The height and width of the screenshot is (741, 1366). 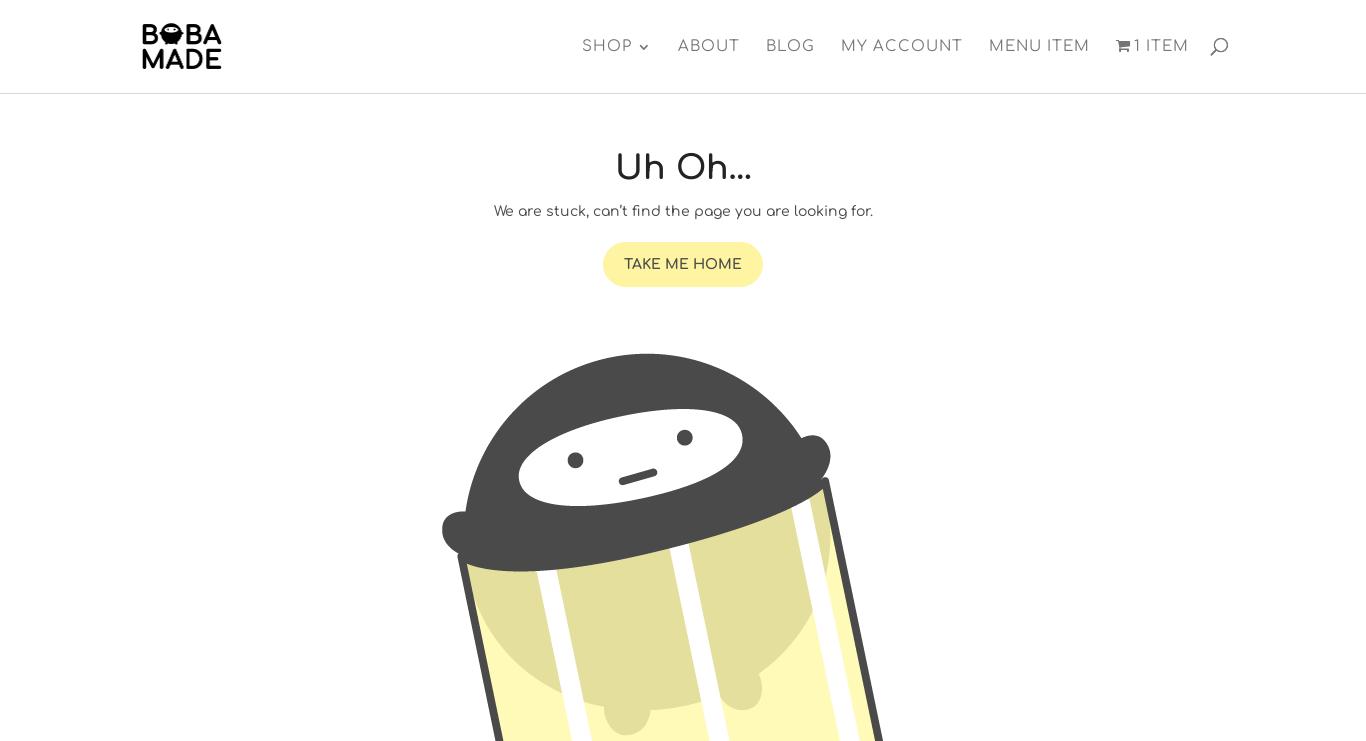 What do you see at coordinates (604, 114) in the screenshot?
I see `'Bags'` at bounding box center [604, 114].